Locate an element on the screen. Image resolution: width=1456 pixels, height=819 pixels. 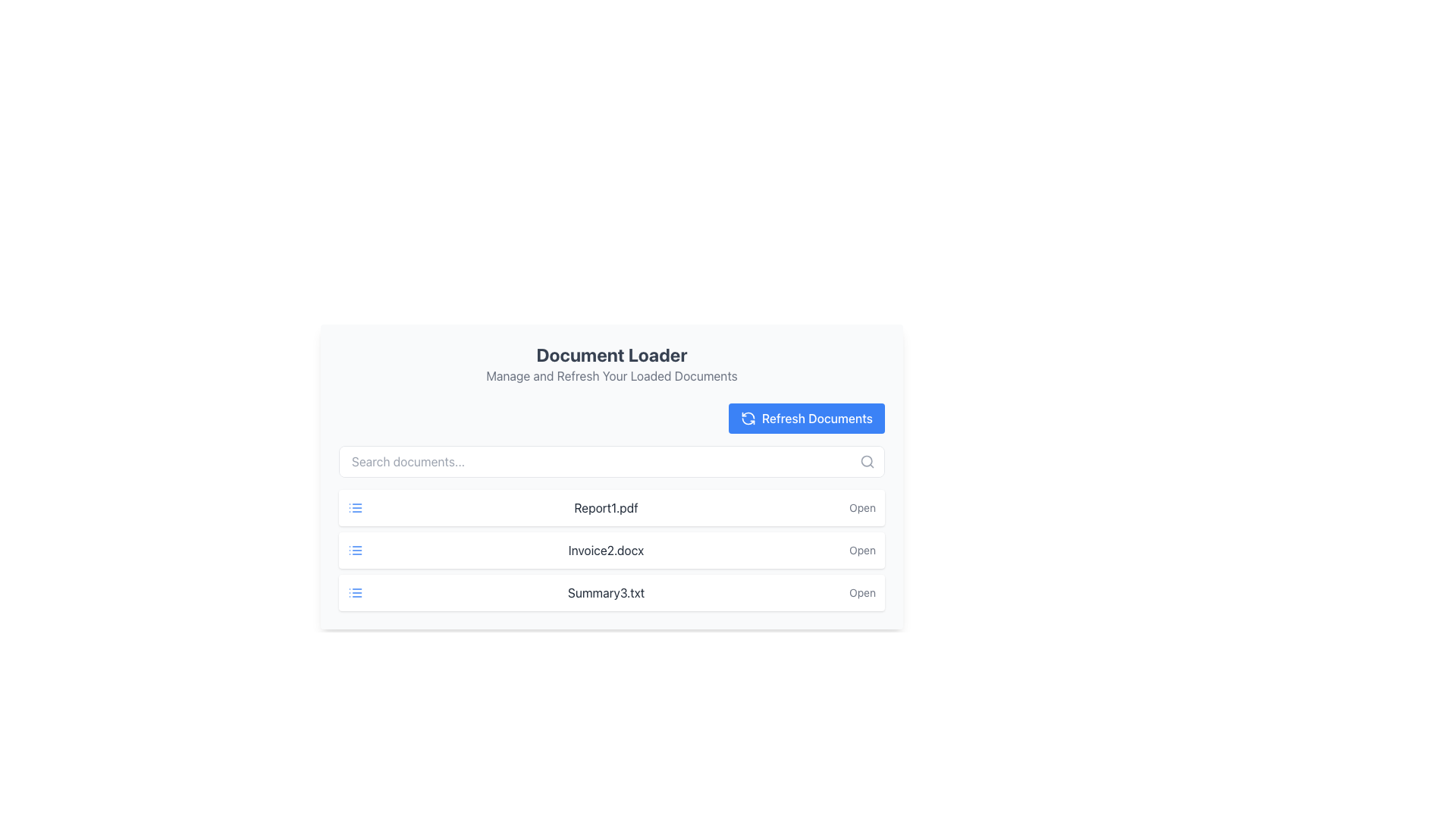
the search icon located at the far right of the search bar section, which serves as a visual indicator for search functionality is located at coordinates (867, 461).